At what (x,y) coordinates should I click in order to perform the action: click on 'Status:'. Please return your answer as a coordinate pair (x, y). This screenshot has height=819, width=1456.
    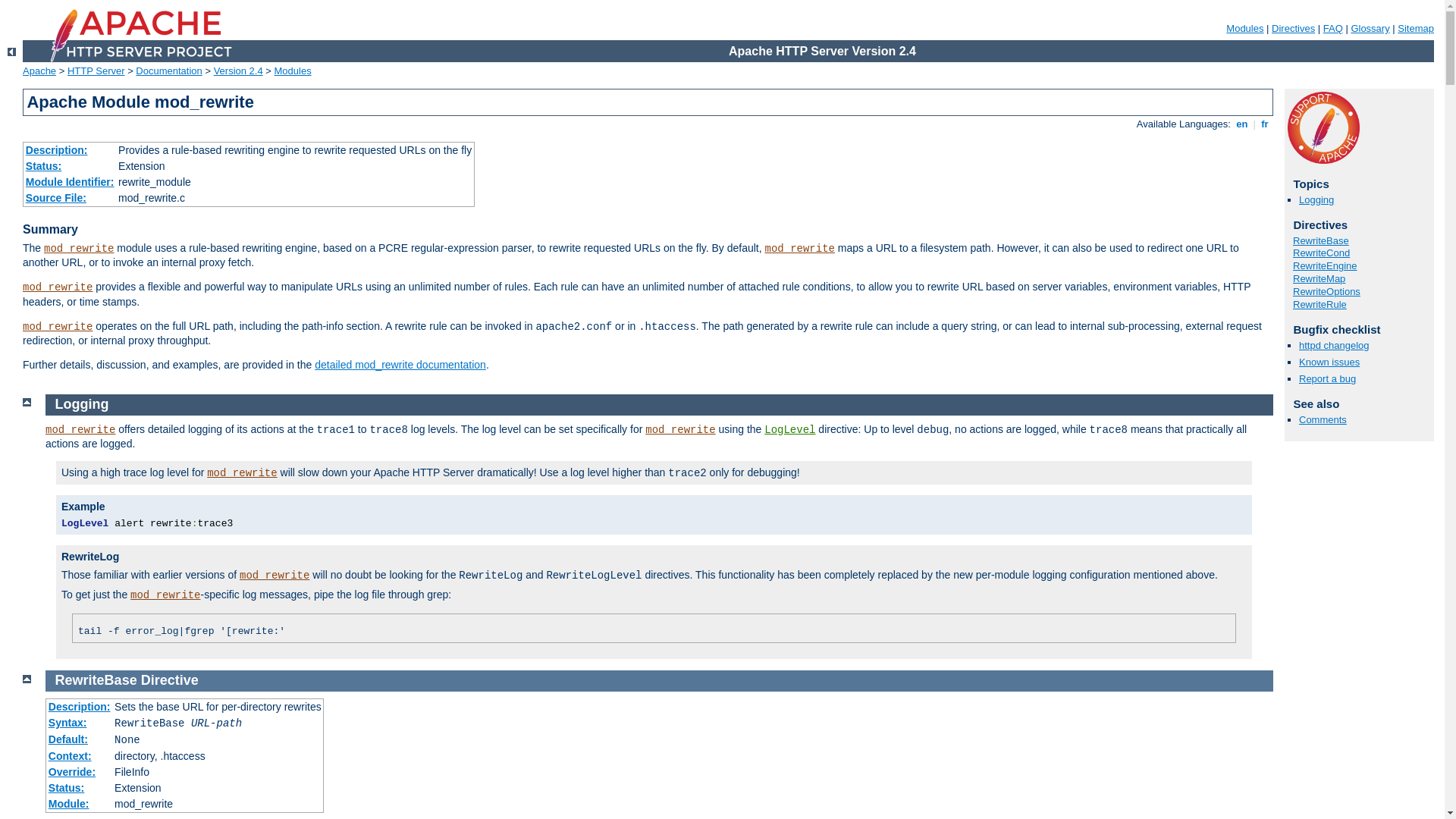
    Looking at the image, I should click on (65, 786).